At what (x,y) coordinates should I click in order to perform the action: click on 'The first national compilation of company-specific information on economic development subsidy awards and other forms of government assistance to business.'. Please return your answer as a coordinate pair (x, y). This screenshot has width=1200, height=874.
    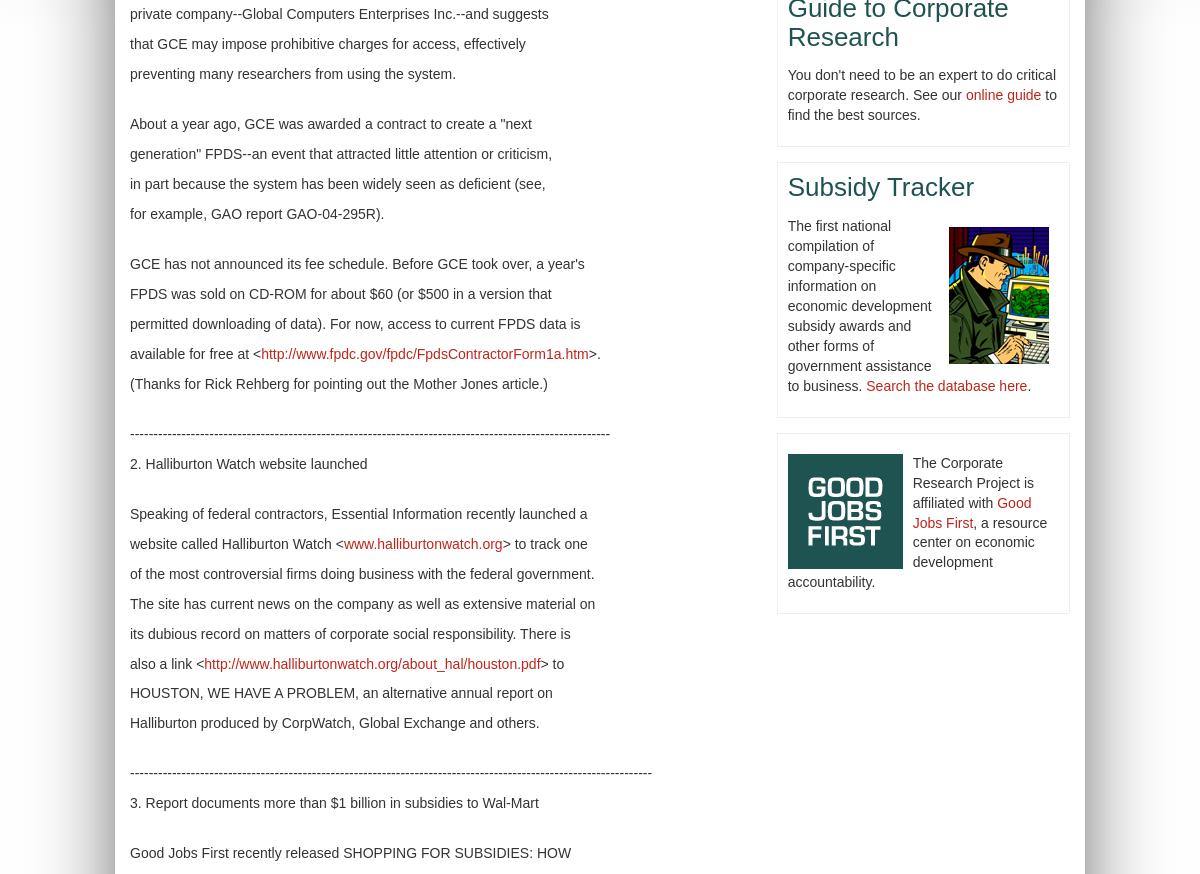
    Looking at the image, I should click on (857, 304).